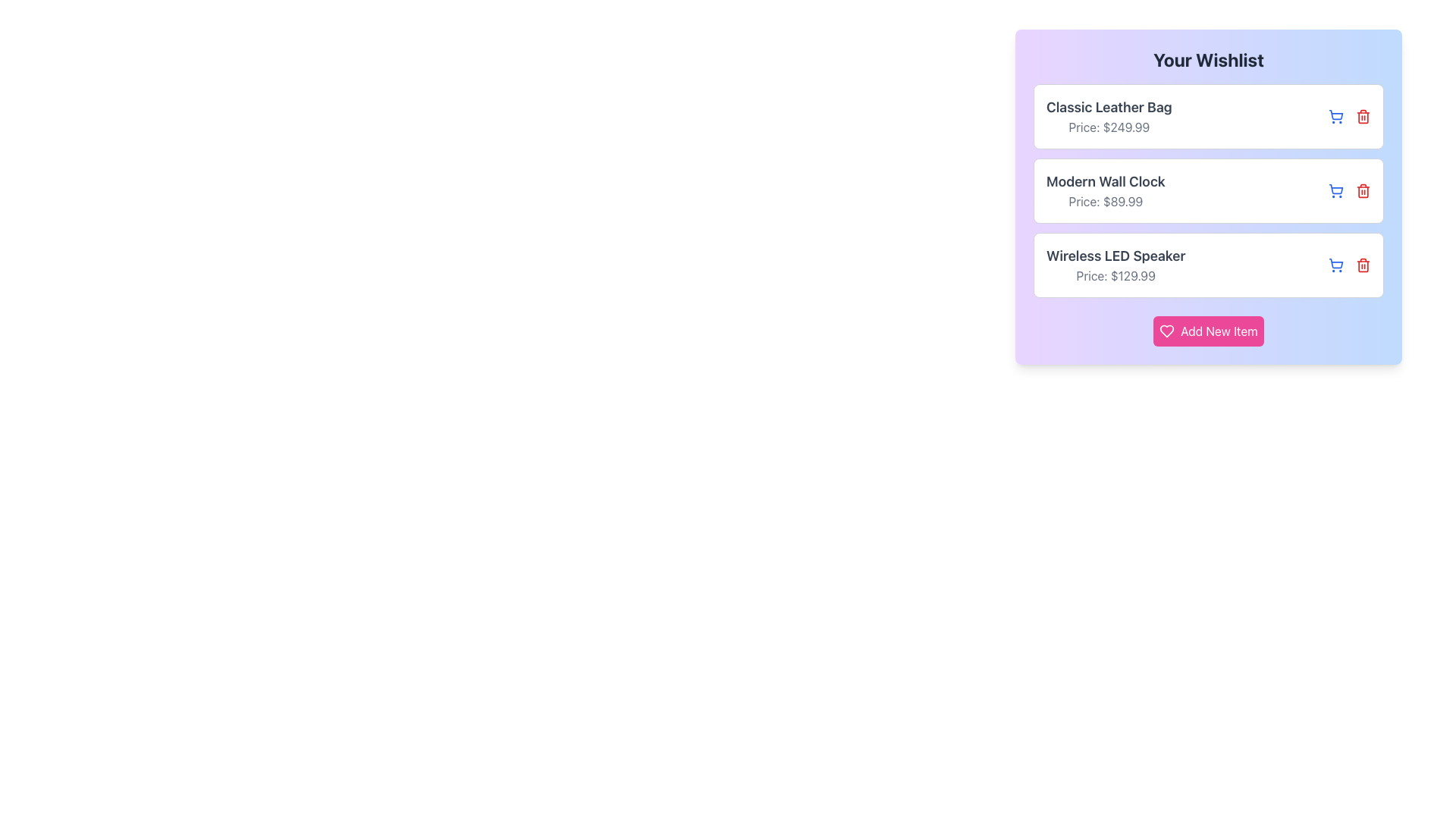 The height and width of the screenshot is (819, 1456). What do you see at coordinates (1207, 190) in the screenshot?
I see `the Product card in the wishlist, which displays a product listing with a title and price, located as the second item under 'Your Wishlist.'` at bounding box center [1207, 190].